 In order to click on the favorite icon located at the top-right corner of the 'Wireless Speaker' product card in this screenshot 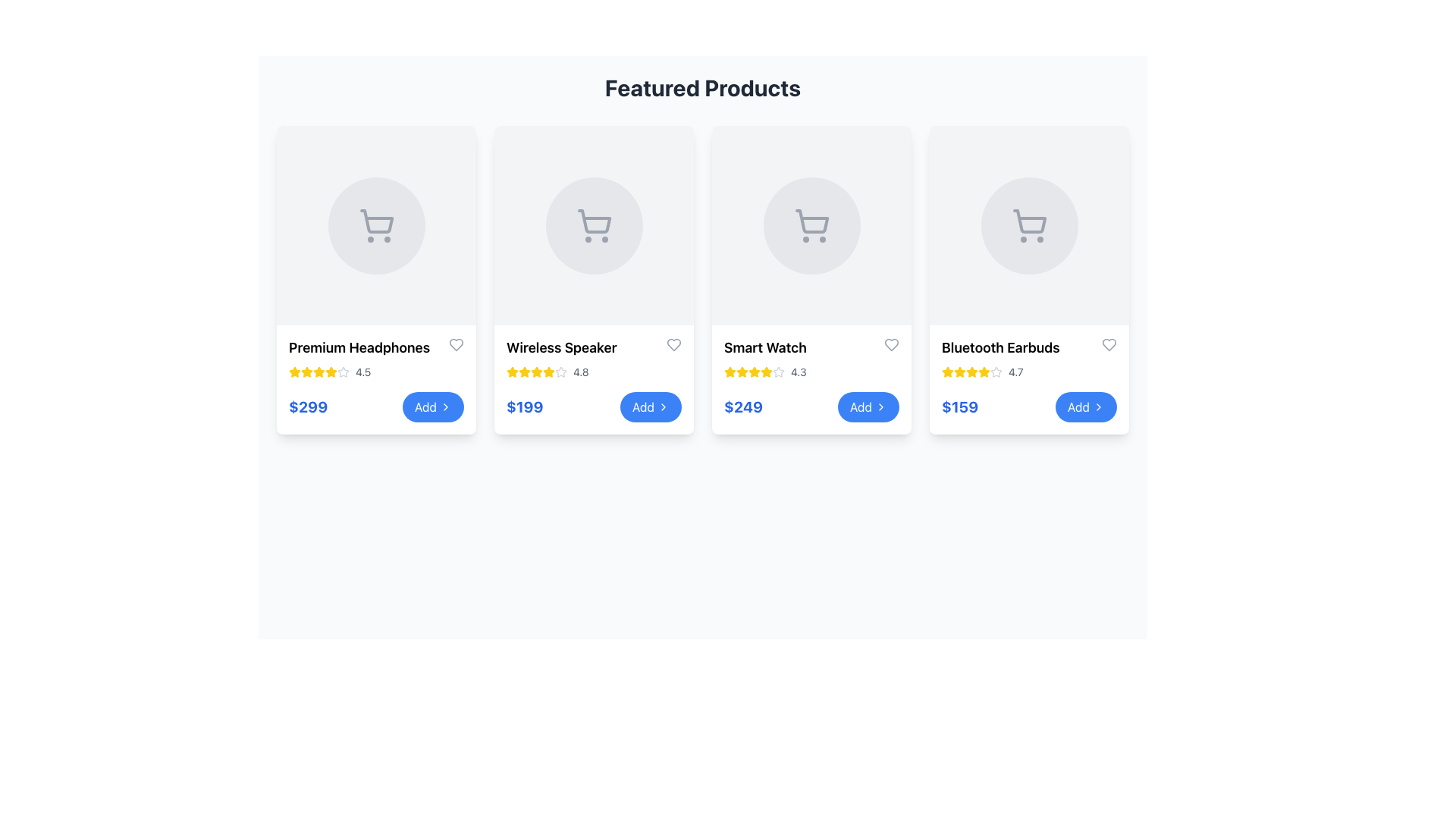, I will do `click(673, 345)`.